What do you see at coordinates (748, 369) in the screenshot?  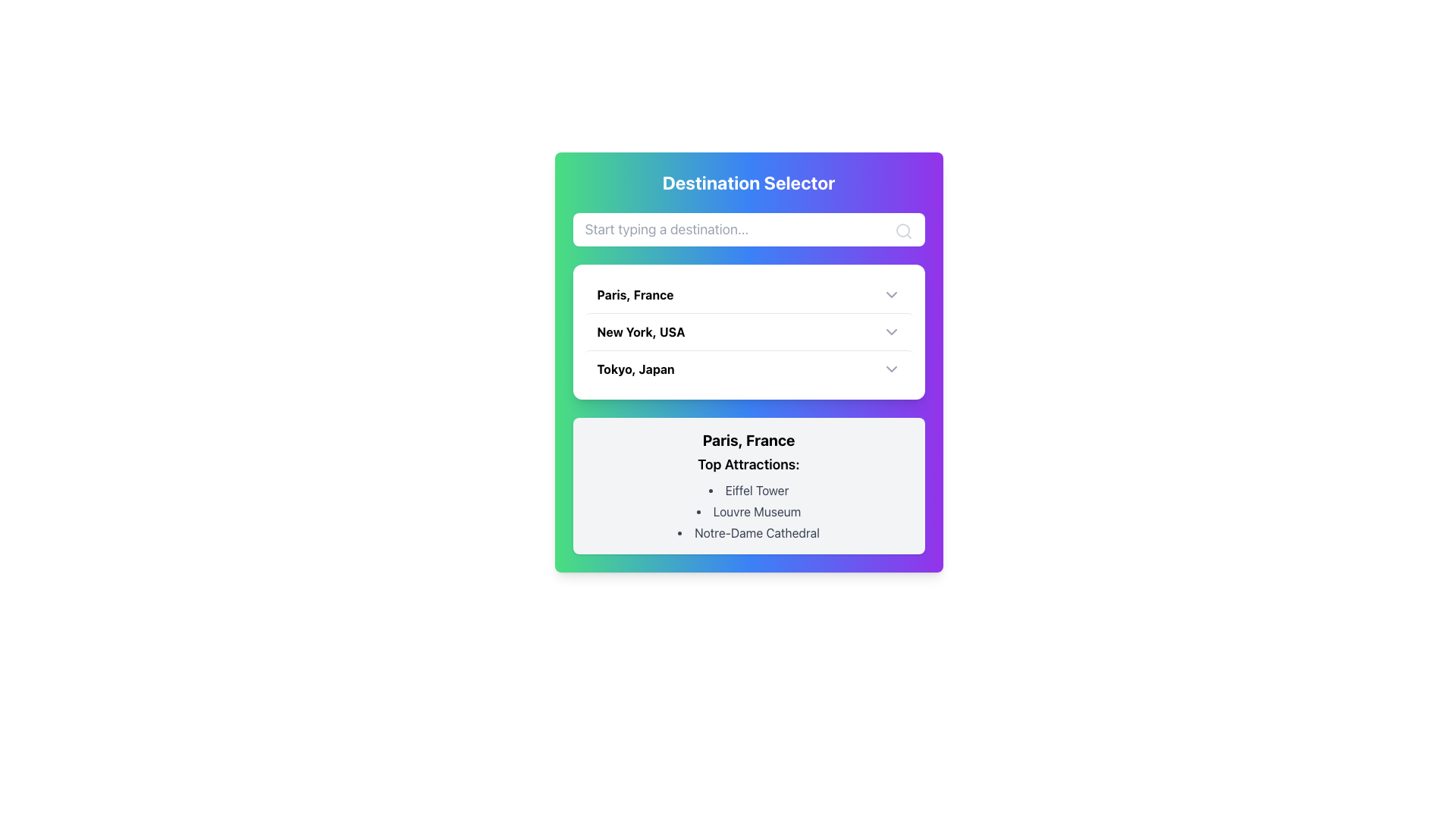 I see `the third list item in the 'Destination Selector' menu` at bounding box center [748, 369].